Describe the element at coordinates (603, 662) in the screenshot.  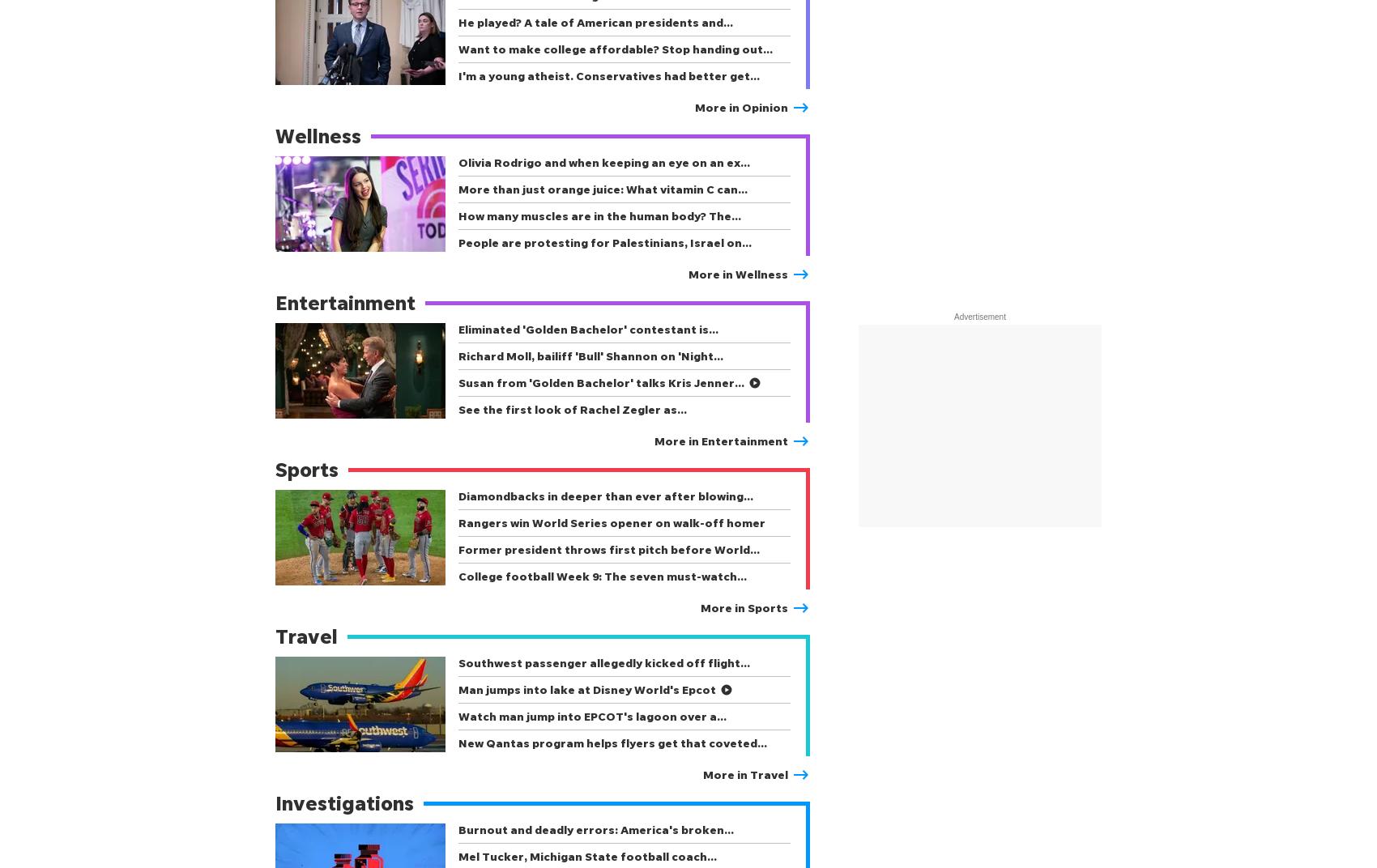
I see `'Southwest passenger allegedly kicked off flight…'` at that location.